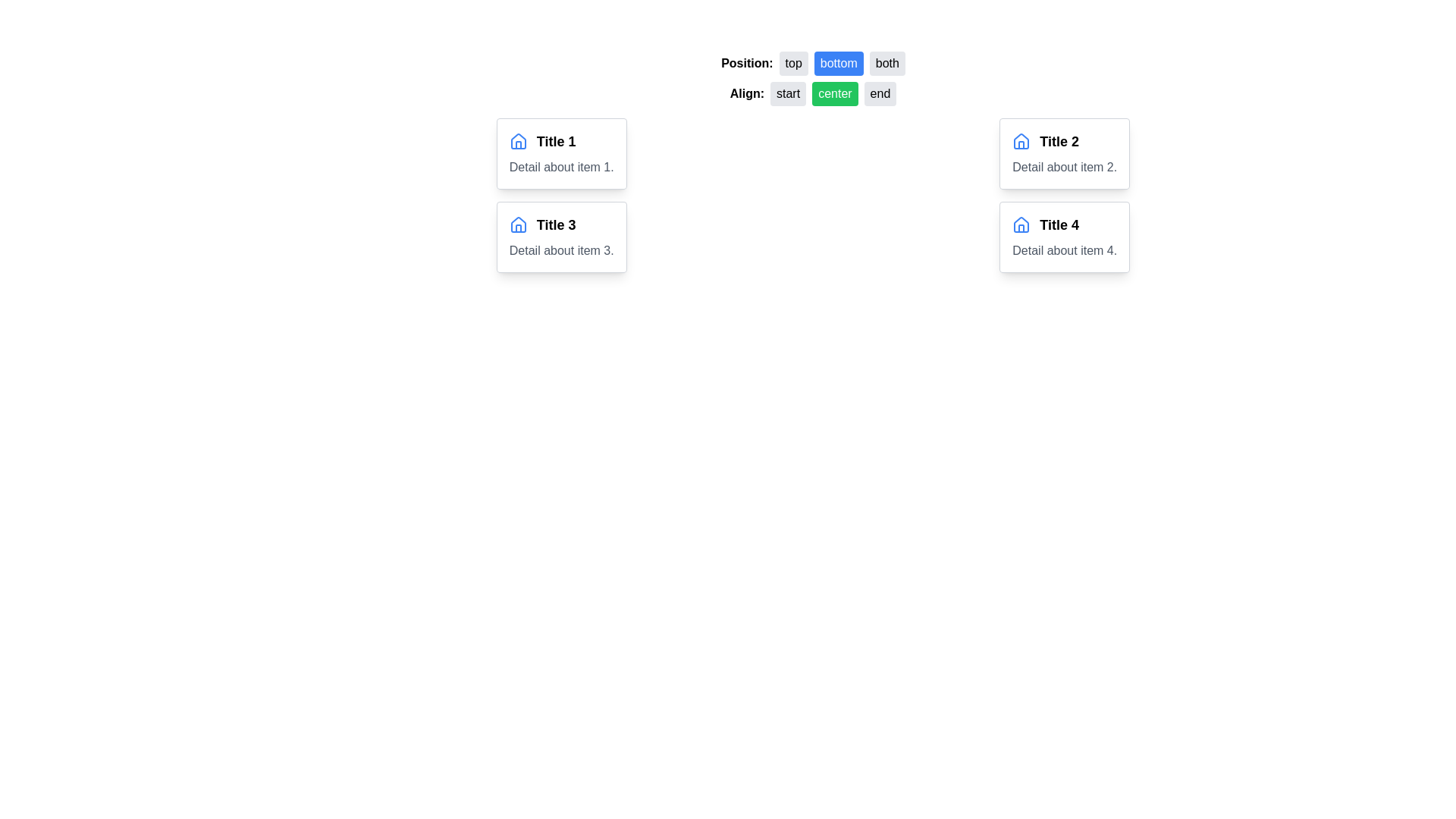 This screenshot has width=1456, height=819. Describe the element at coordinates (812, 63) in the screenshot. I see `the button with a blue background and white text labeled 'bottom' which is the second button in the group of three located under the label 'Position:'` at that location.